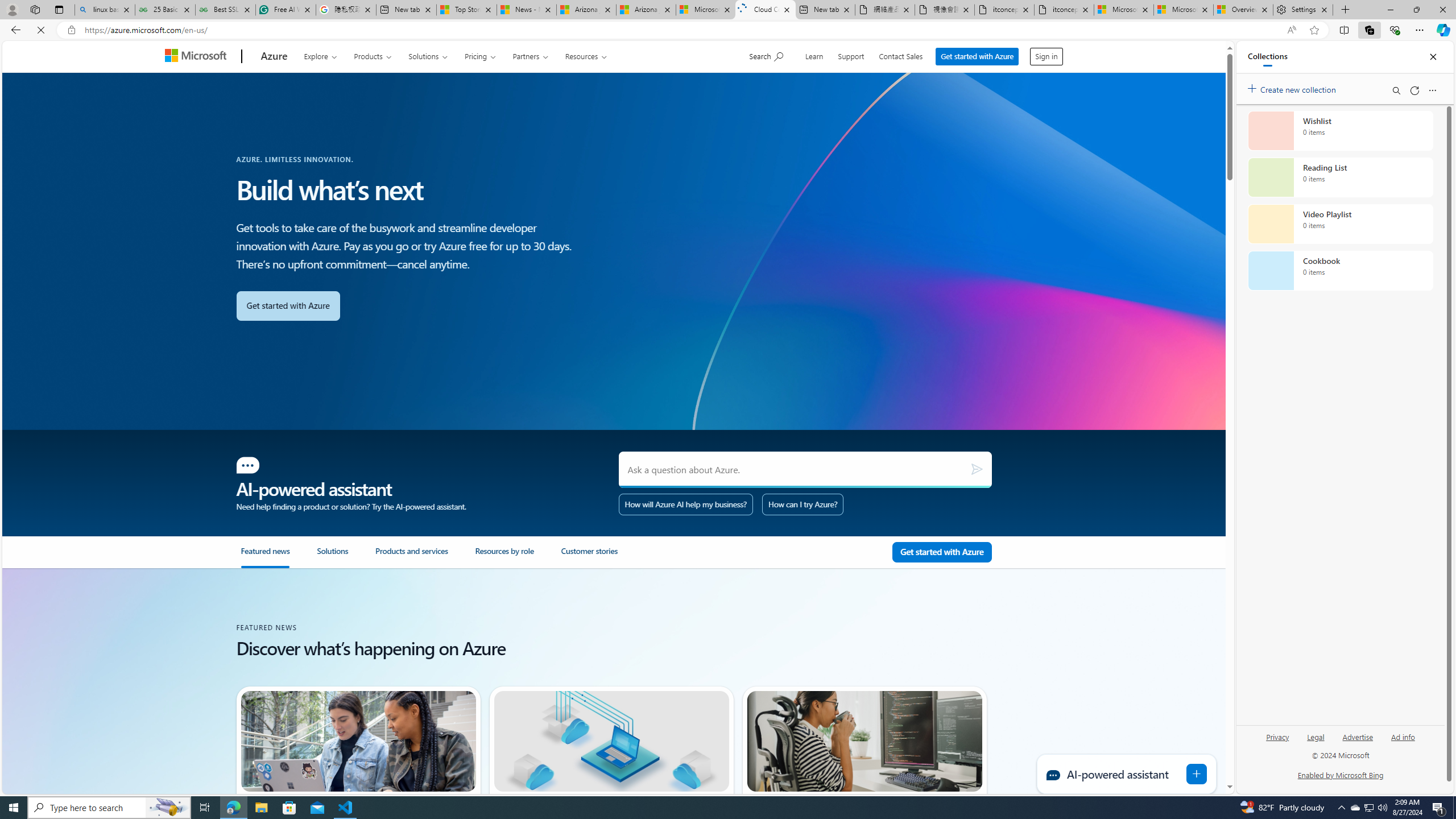 The width and height of the screenshot is (1456, 819). I want to click on 'Show search input', so click(767, 55).